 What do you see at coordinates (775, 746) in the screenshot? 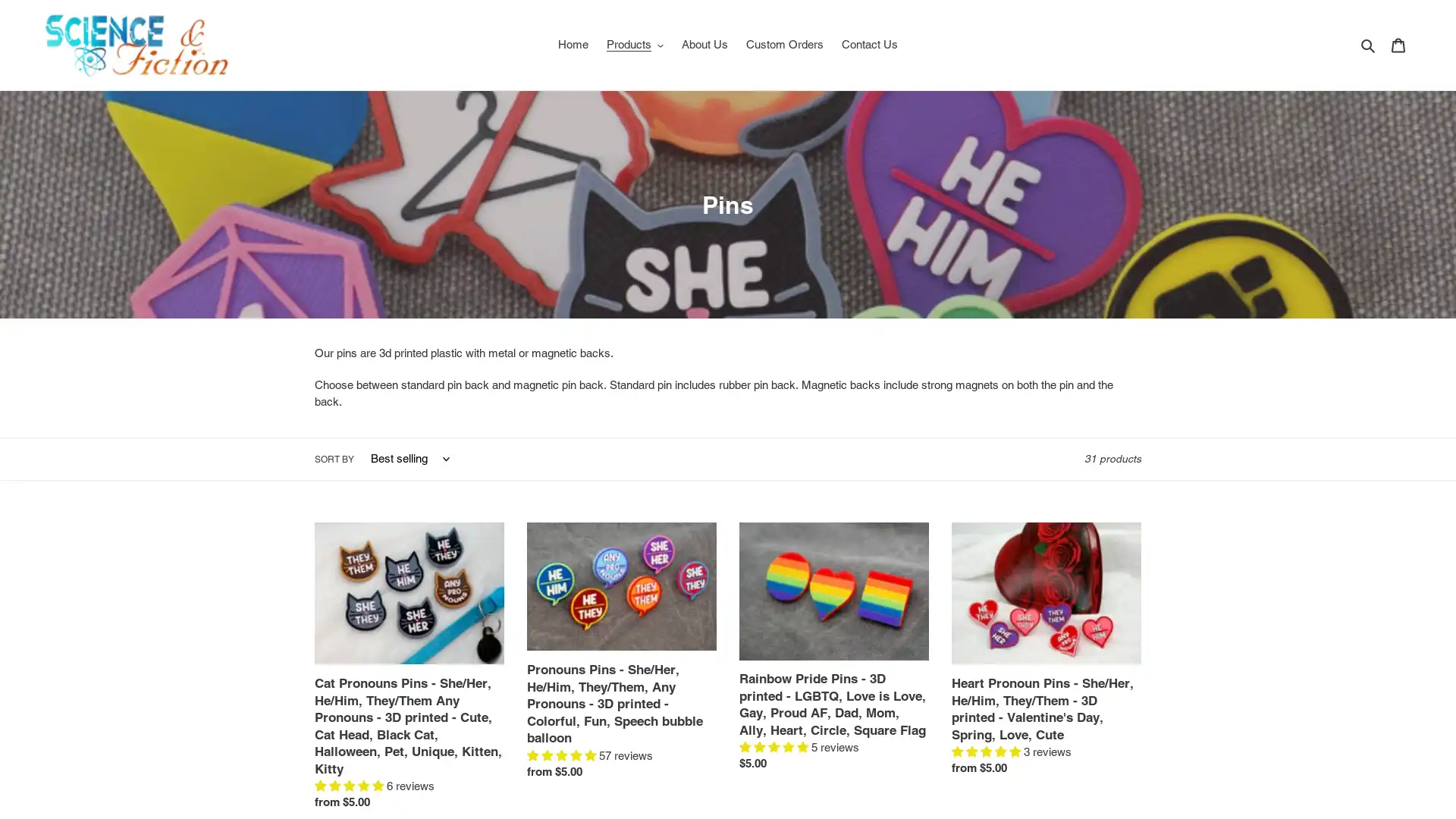
I see `5.00 stars` at bounding box center [775, 746].